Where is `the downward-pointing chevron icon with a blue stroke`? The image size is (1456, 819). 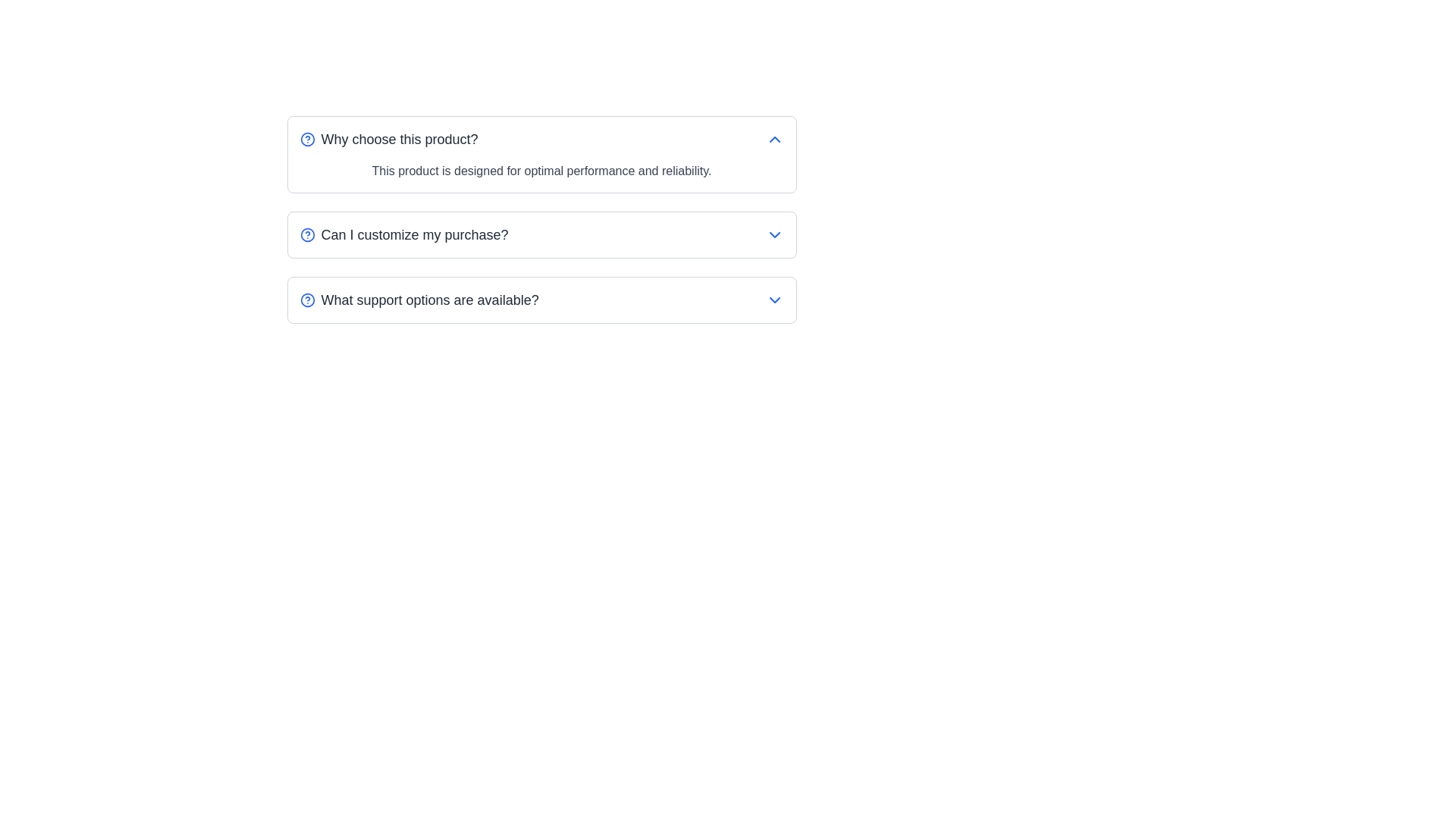
the downward-pointing chevron icon with a blue stroke is located at coordinates (774, 234).